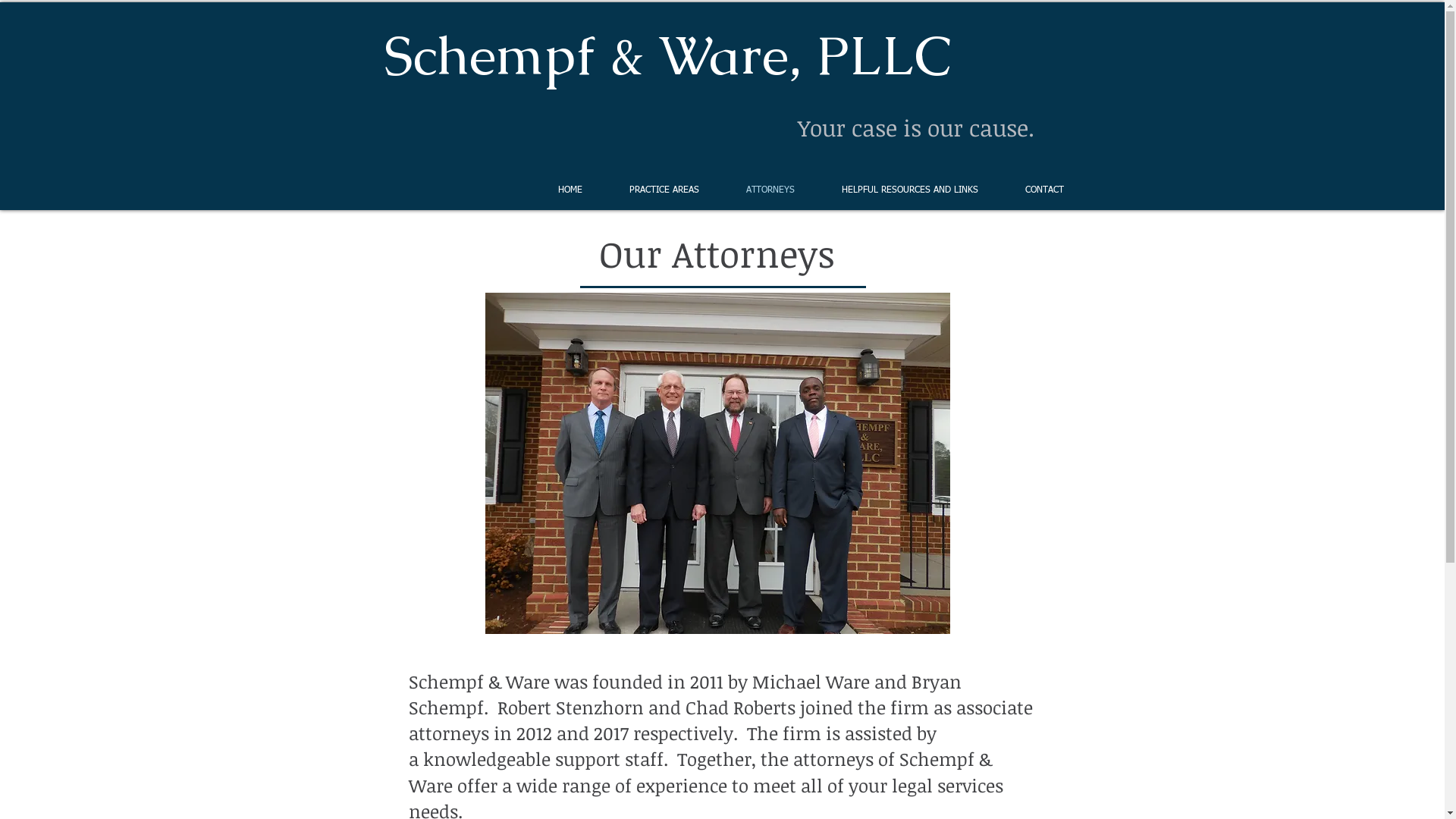  Describe the element at coordinates (769, 190) in the screenshot. I see `'ATTORNEYS'` at that location.